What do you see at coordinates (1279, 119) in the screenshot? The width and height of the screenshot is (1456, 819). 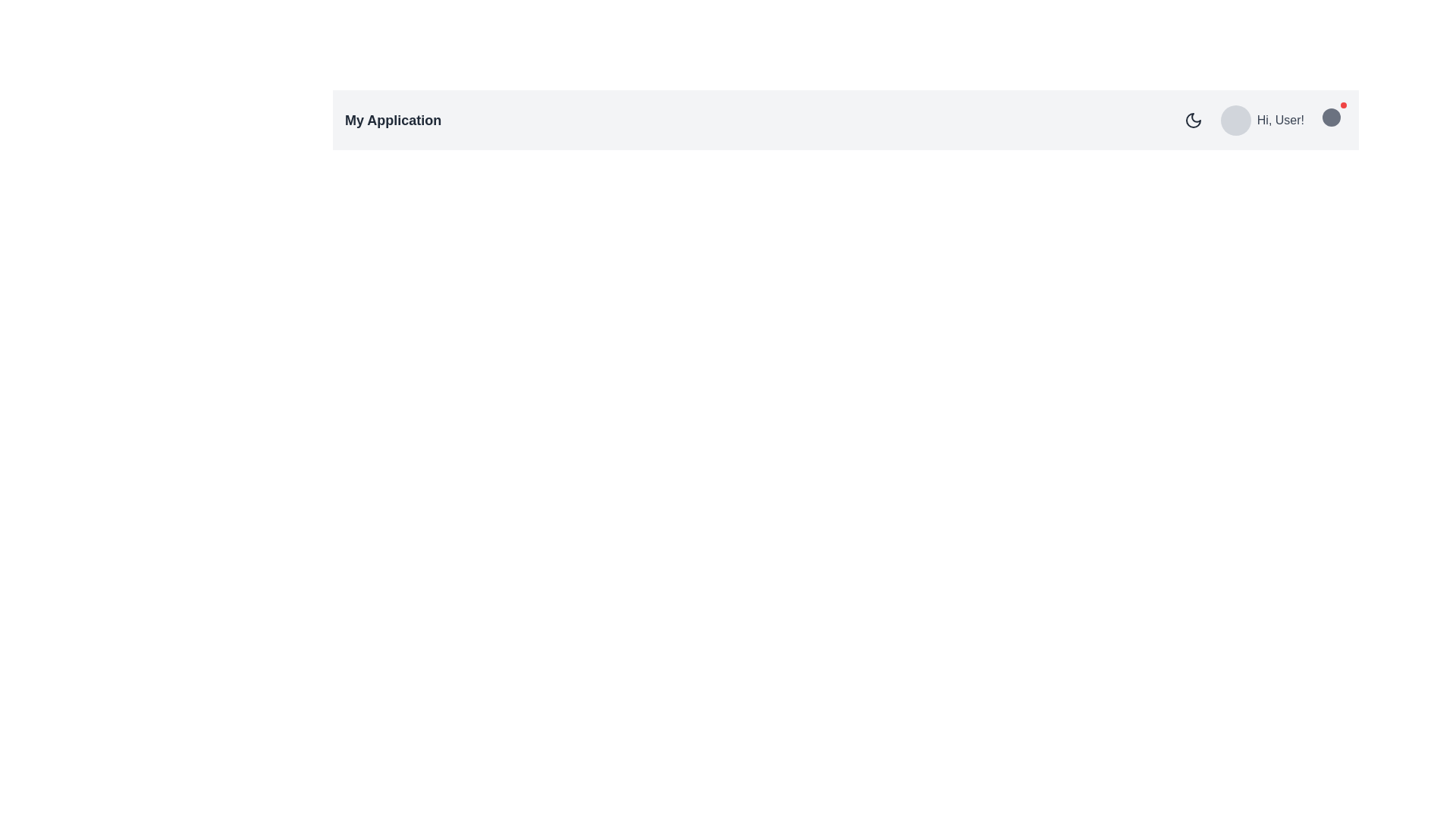 I see `displayed message 'Hi, User!' which is prominently shown in the top-right of the navigation bar, adjacent to a circular avatar` at bounding box center [1279, 119].